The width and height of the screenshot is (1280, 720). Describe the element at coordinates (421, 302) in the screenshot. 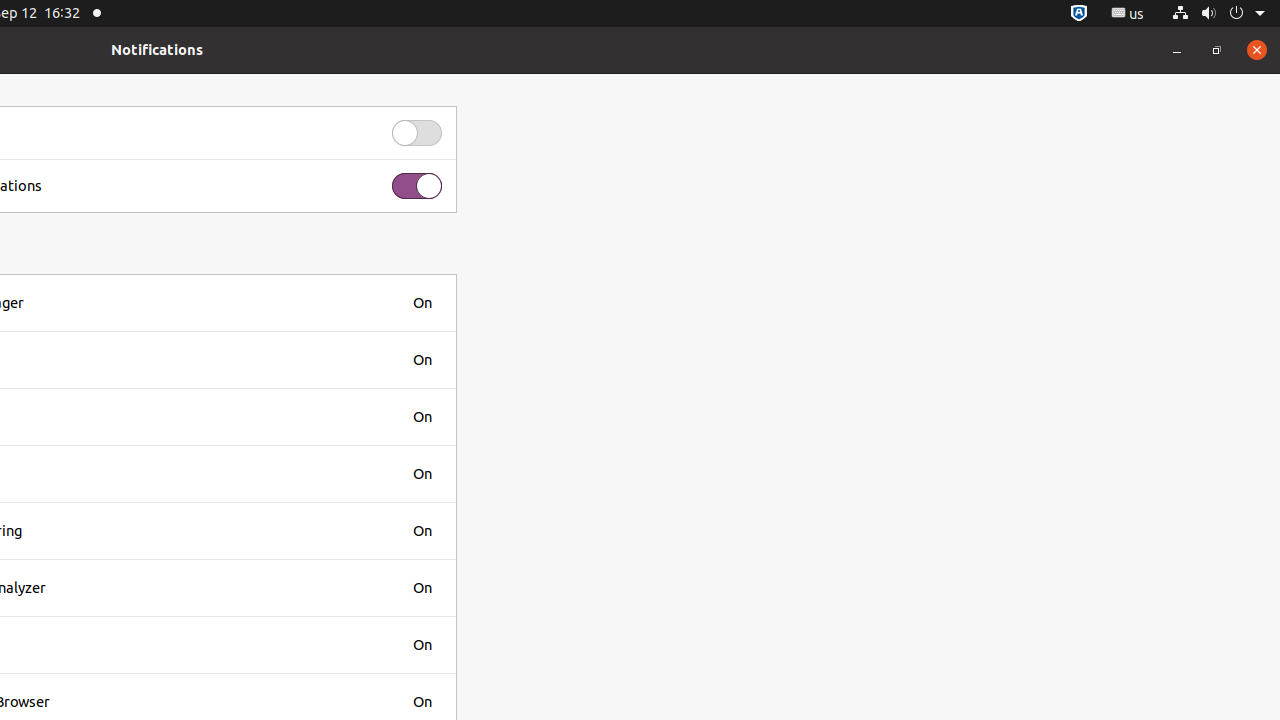

I see `'On'` at that location.